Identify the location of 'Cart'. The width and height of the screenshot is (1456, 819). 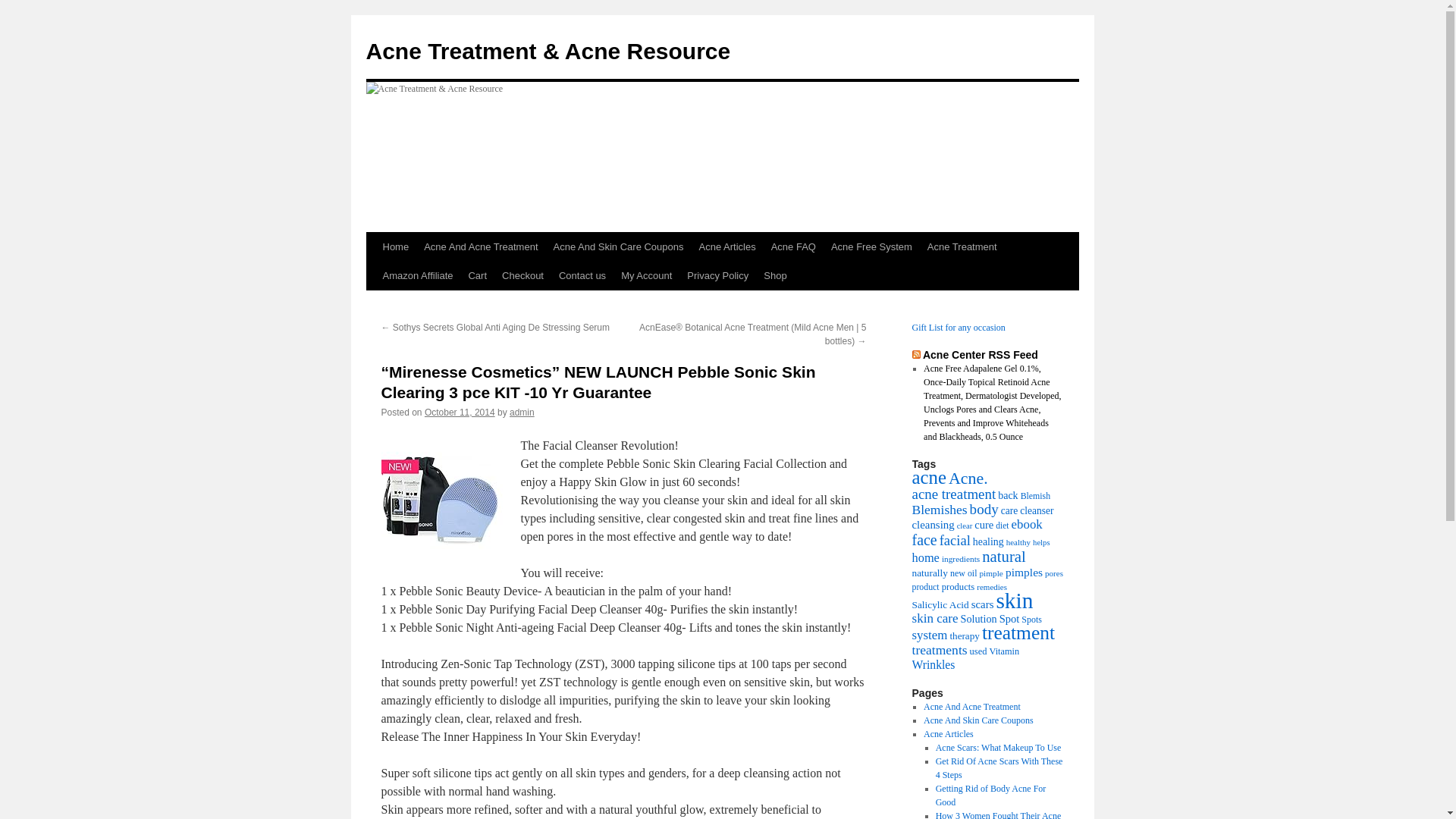
(476, 275).